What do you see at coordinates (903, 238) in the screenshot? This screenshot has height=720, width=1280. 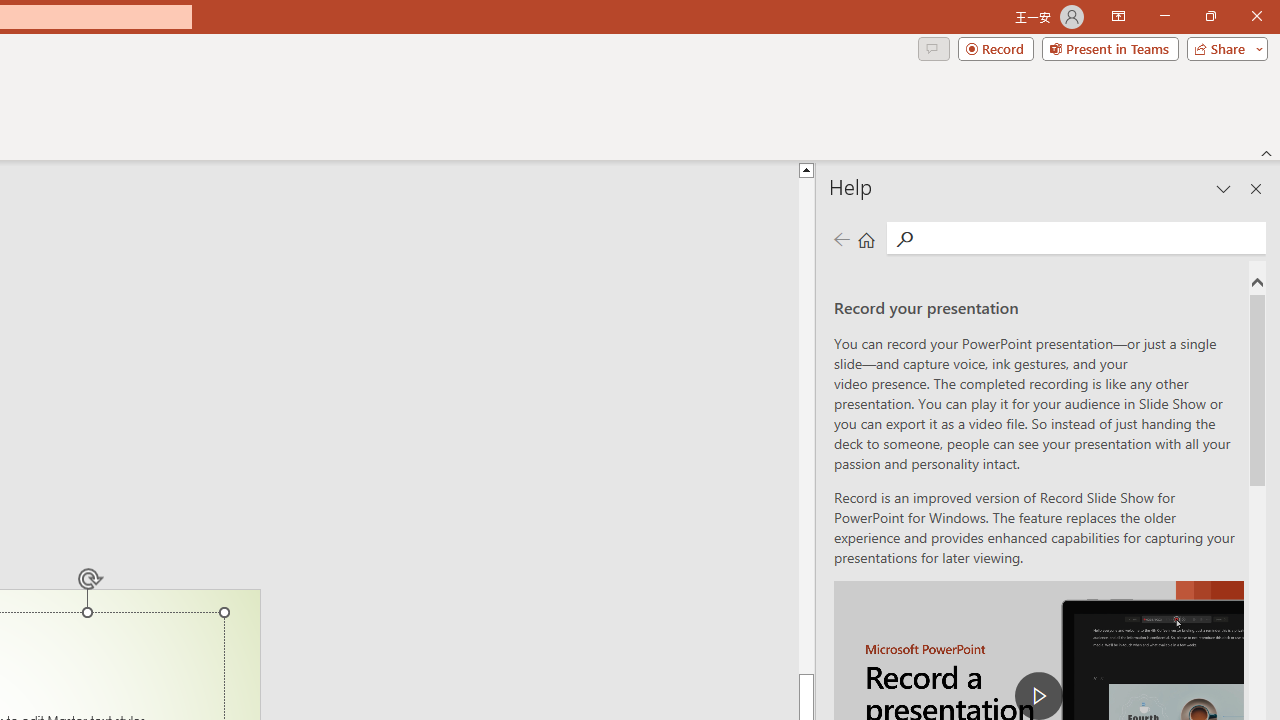 I see `'Search'` at bounding box center [903, 238].